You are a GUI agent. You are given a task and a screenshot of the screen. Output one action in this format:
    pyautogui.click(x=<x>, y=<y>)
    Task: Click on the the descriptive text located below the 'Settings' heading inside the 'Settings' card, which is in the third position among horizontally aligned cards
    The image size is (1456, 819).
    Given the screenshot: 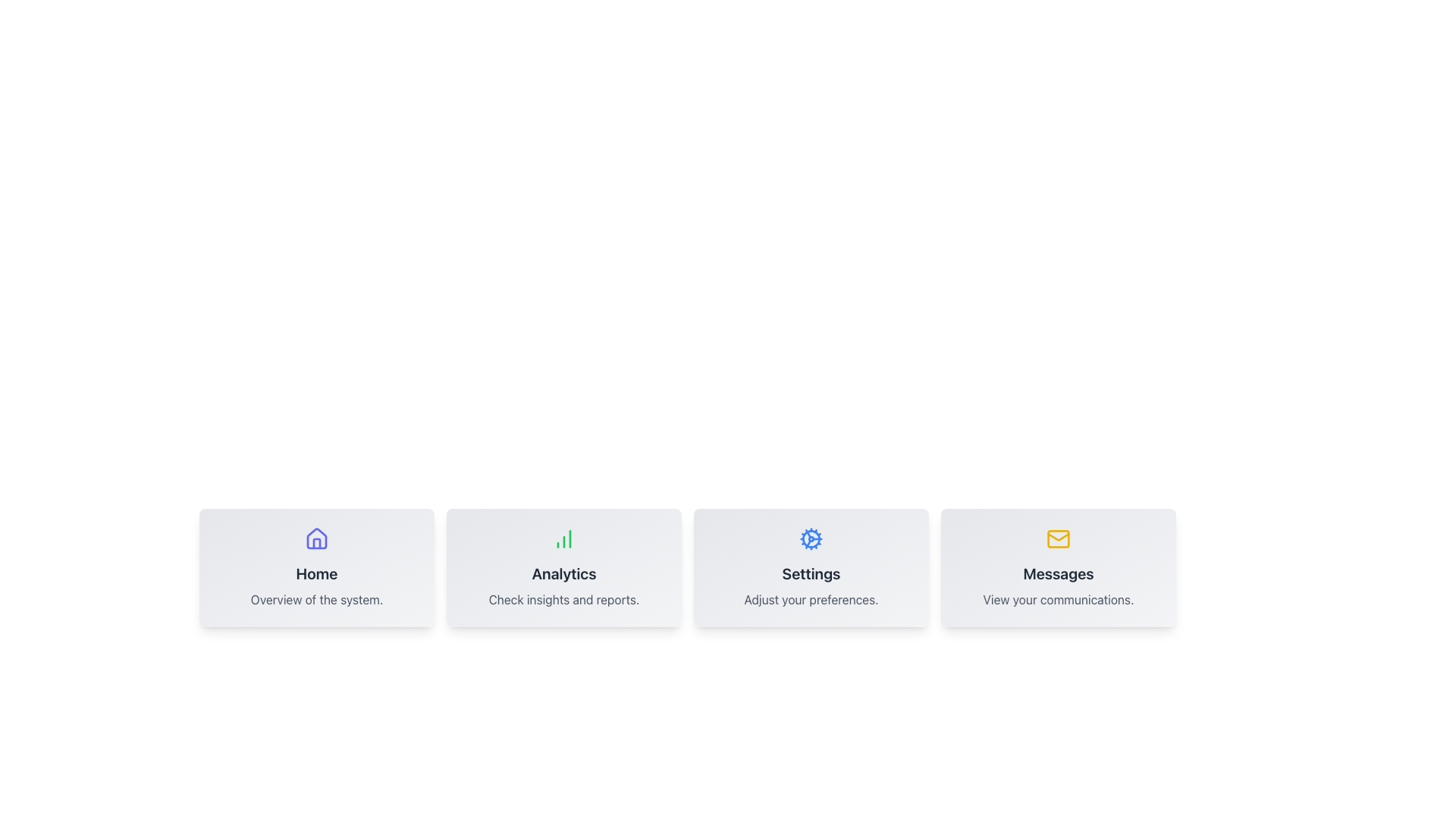 What is the action you would take?
    pyautogui.click(x=811, y=598)
    